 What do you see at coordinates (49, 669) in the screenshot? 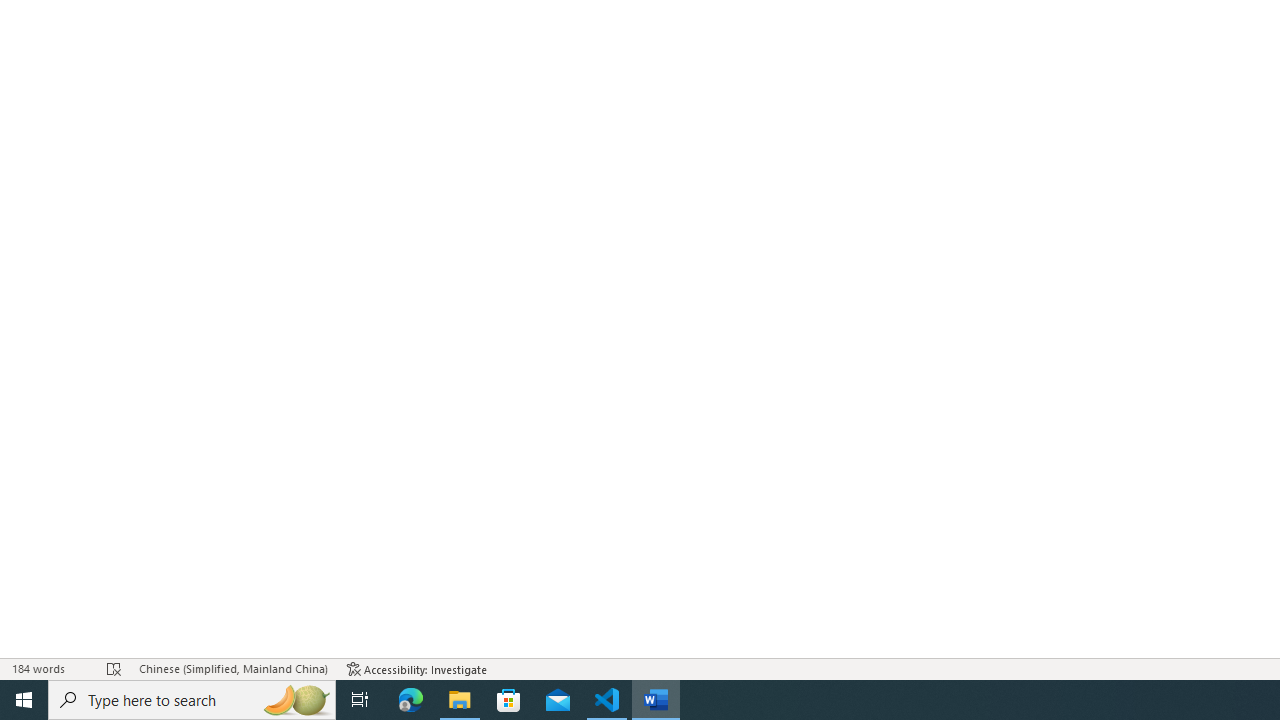
I see `'Word Count 184 words'` at bounding box center [49, 669].